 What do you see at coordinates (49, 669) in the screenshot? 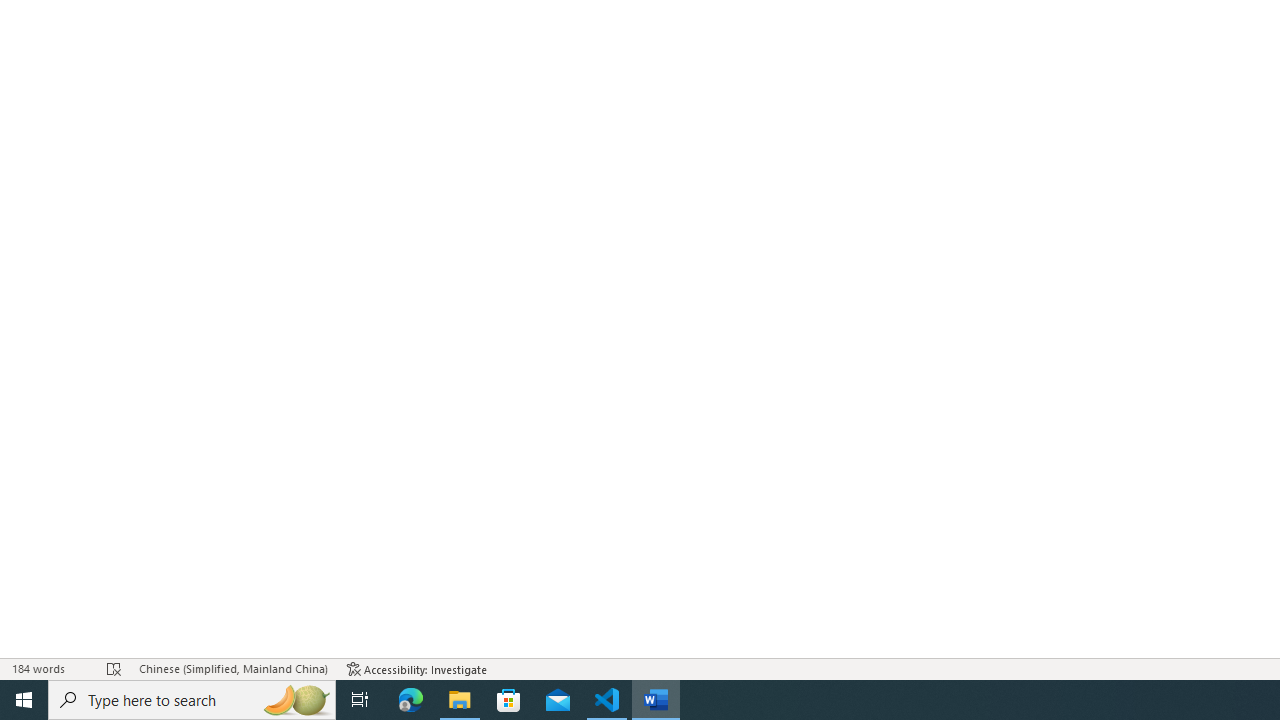
I see `'Word Count 184 words'` at bounding box center [49, 669].